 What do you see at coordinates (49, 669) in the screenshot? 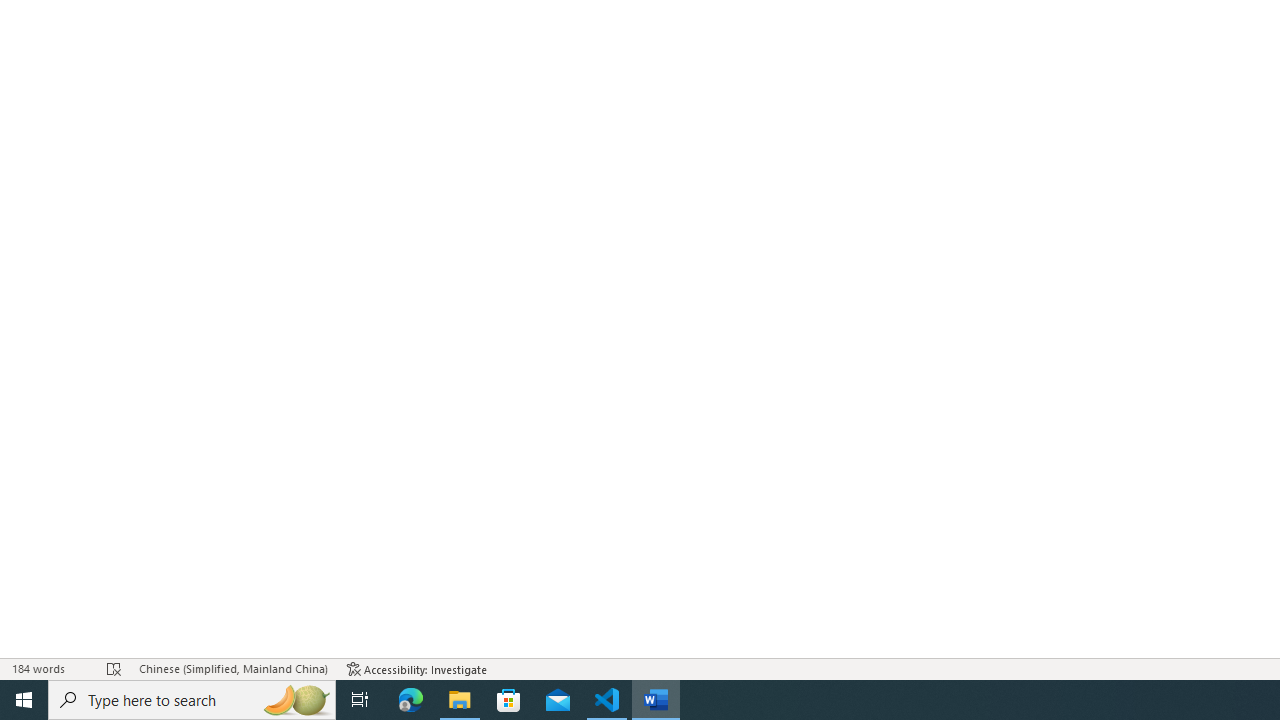
I see `'Word Count 184 words'` at bounding box center [49, 669].